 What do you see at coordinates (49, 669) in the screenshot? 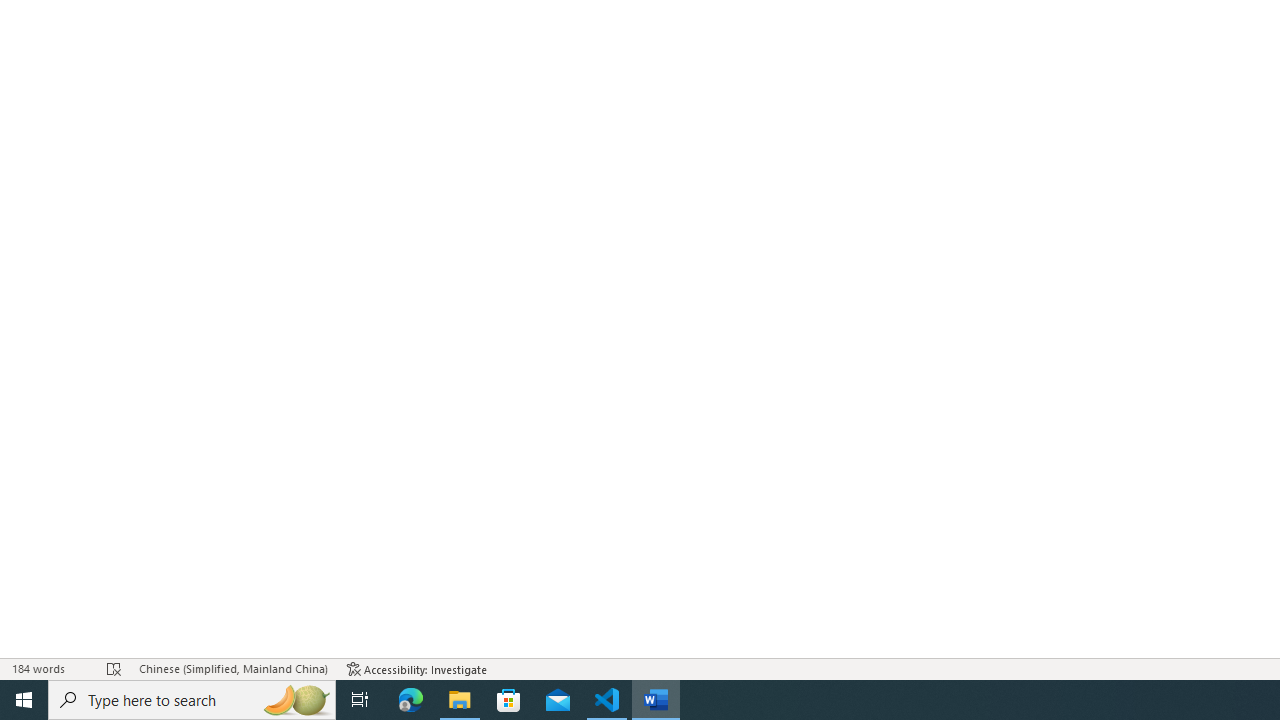
I see `'Word Count 184 words'` at bounding box center [49, 669].